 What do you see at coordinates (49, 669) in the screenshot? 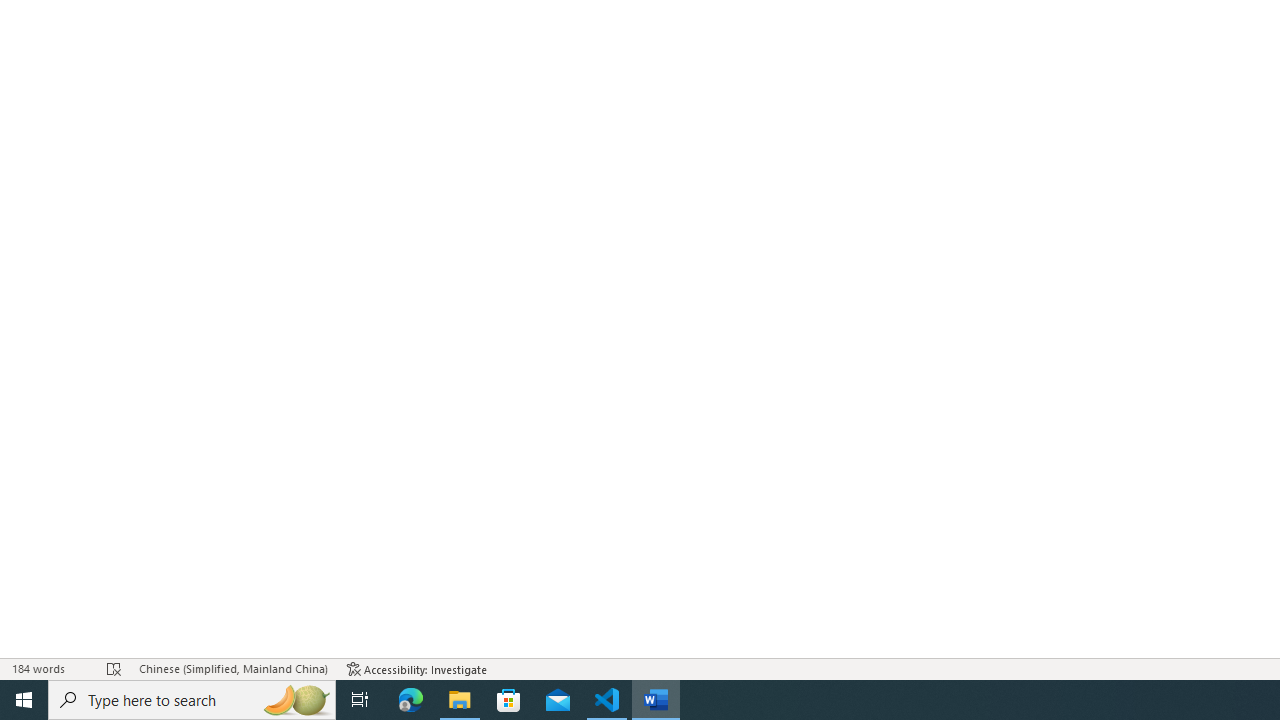
I see `'Word Count 184 words'` at bounding box center [49, 669].